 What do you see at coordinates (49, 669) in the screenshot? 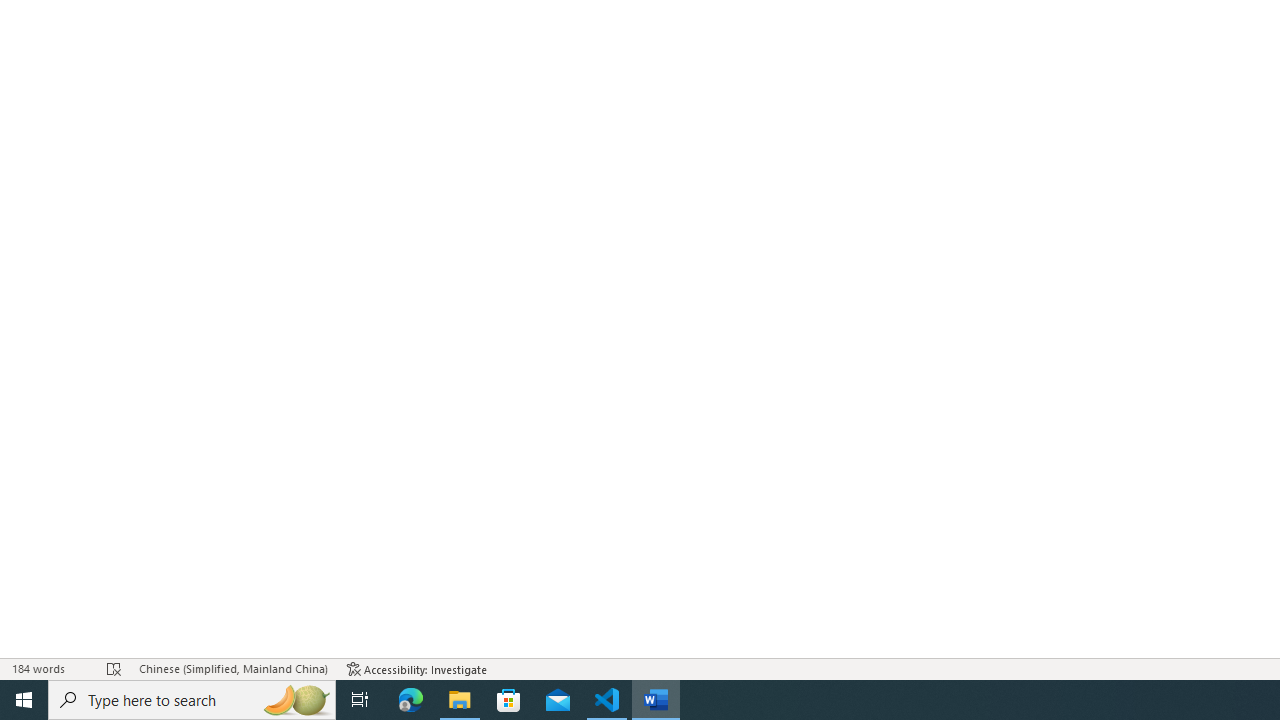
I see `'Word Count 184 words'` at bounding box center [49, 669].